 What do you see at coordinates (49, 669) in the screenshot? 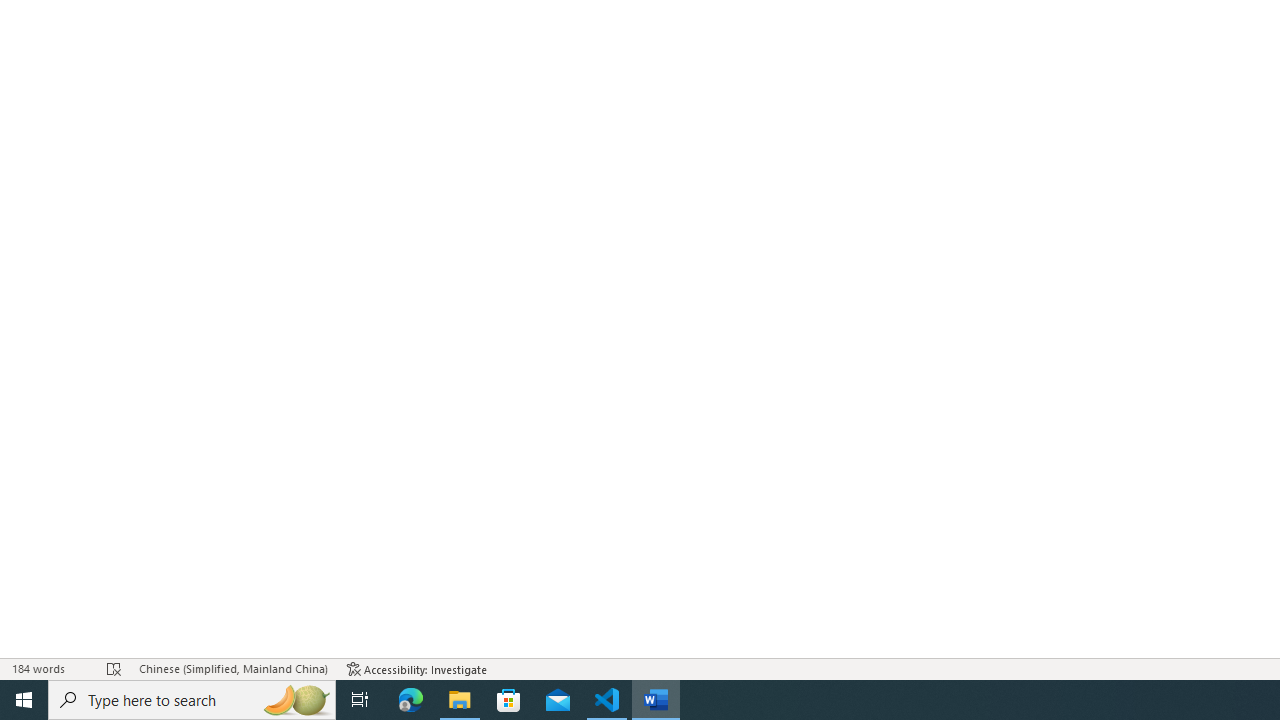
I see `'Word Count 184 words'` at bounding box center [49, 669].